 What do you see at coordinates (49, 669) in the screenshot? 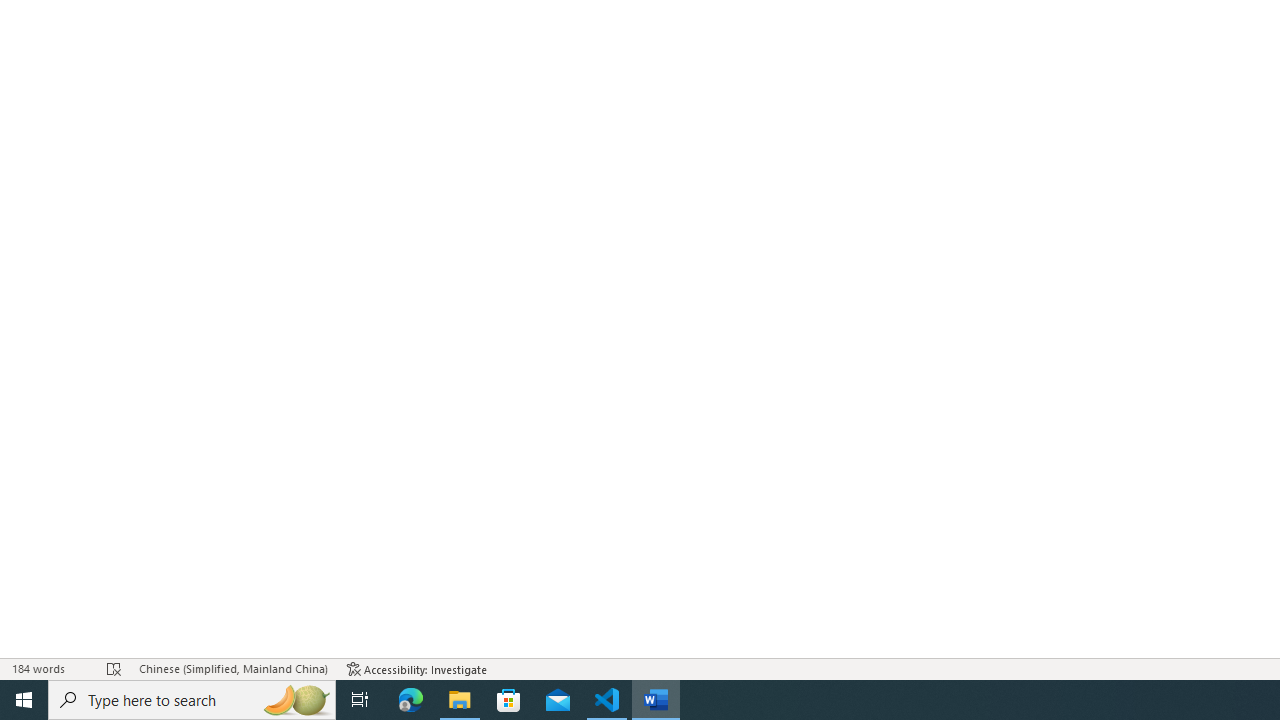
I see `'Word Count 184 words'` at bounding box center [49, 669].